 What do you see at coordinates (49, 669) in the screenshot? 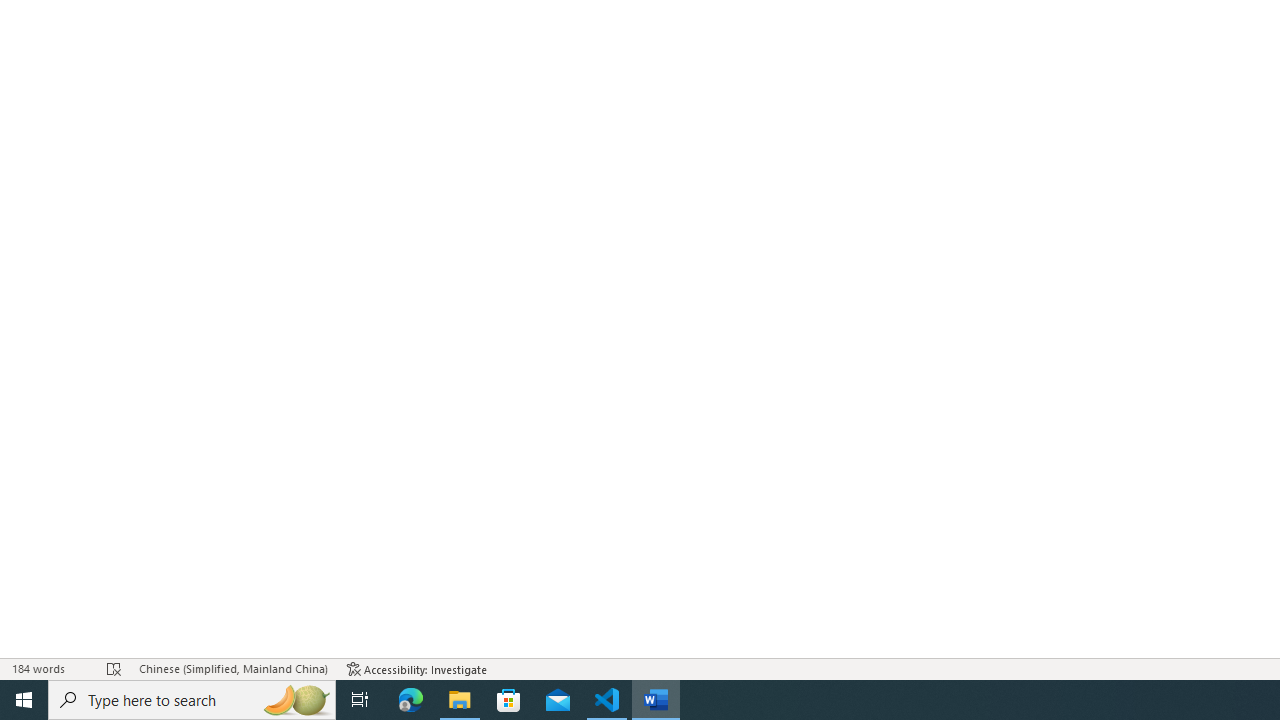
I see `'Word Count 184 words'` at bounding box center [49, 669].